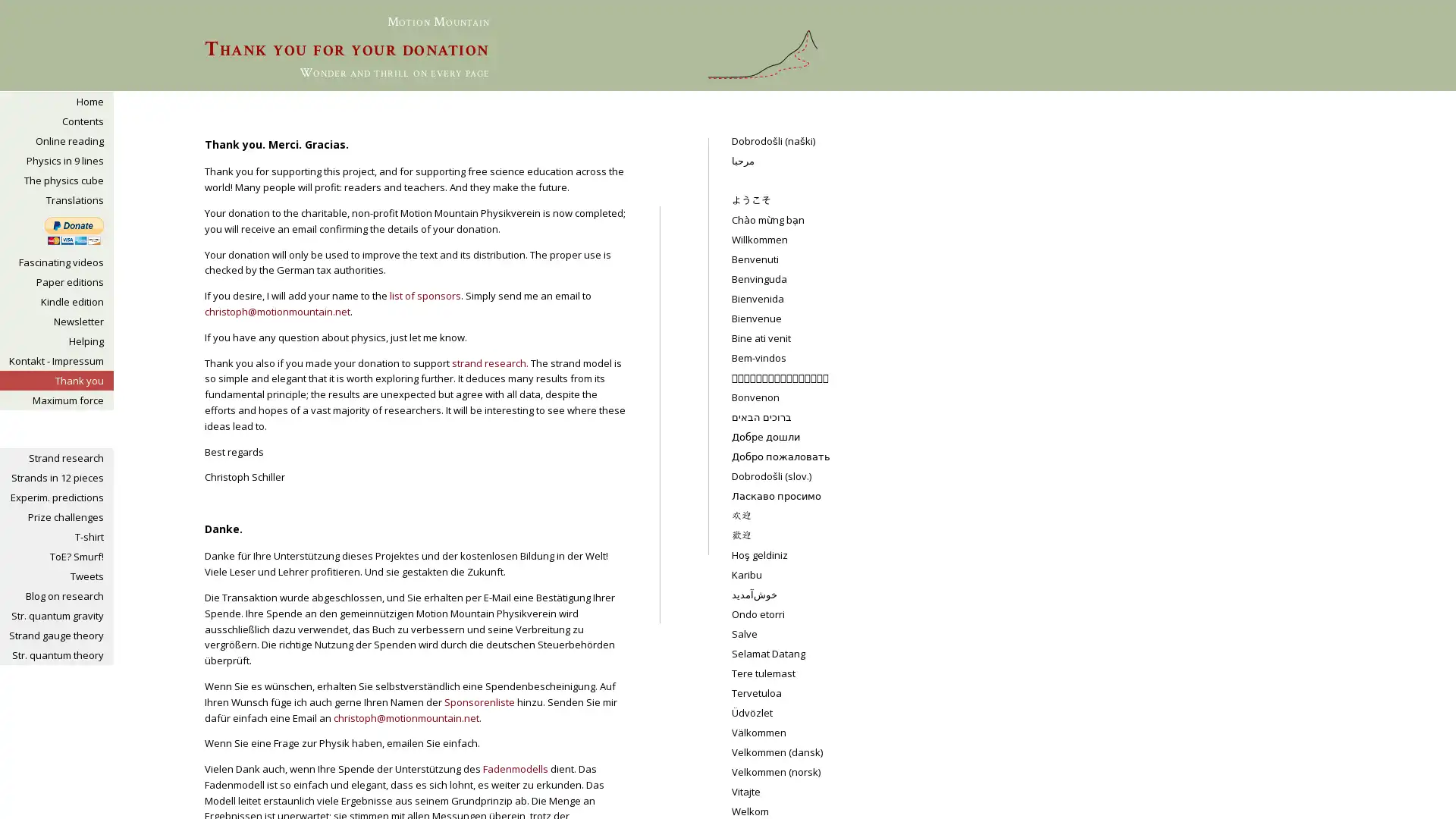 This screenshot has width=1456, height=819. Describe the element at coordinates (73, 231) in the screenshot. I see `| Donate Button |` at that location.